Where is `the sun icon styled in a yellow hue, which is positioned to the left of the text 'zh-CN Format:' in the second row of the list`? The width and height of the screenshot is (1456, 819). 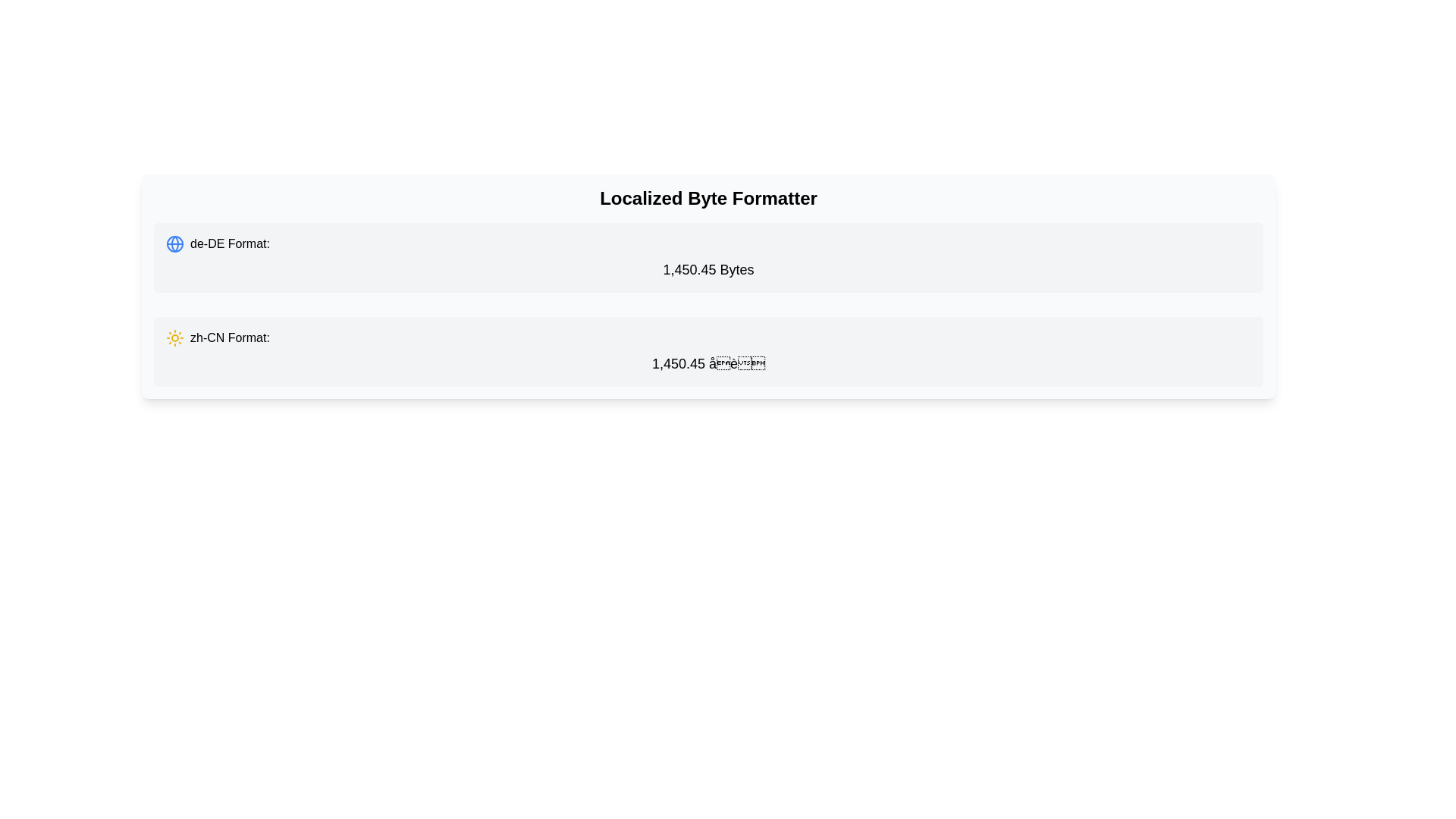
the sun icon styled in a yellow hue, which is positioned to the left of the text 'zh-CN Format:' in the second row of the list is located at coordinates (174, 337).